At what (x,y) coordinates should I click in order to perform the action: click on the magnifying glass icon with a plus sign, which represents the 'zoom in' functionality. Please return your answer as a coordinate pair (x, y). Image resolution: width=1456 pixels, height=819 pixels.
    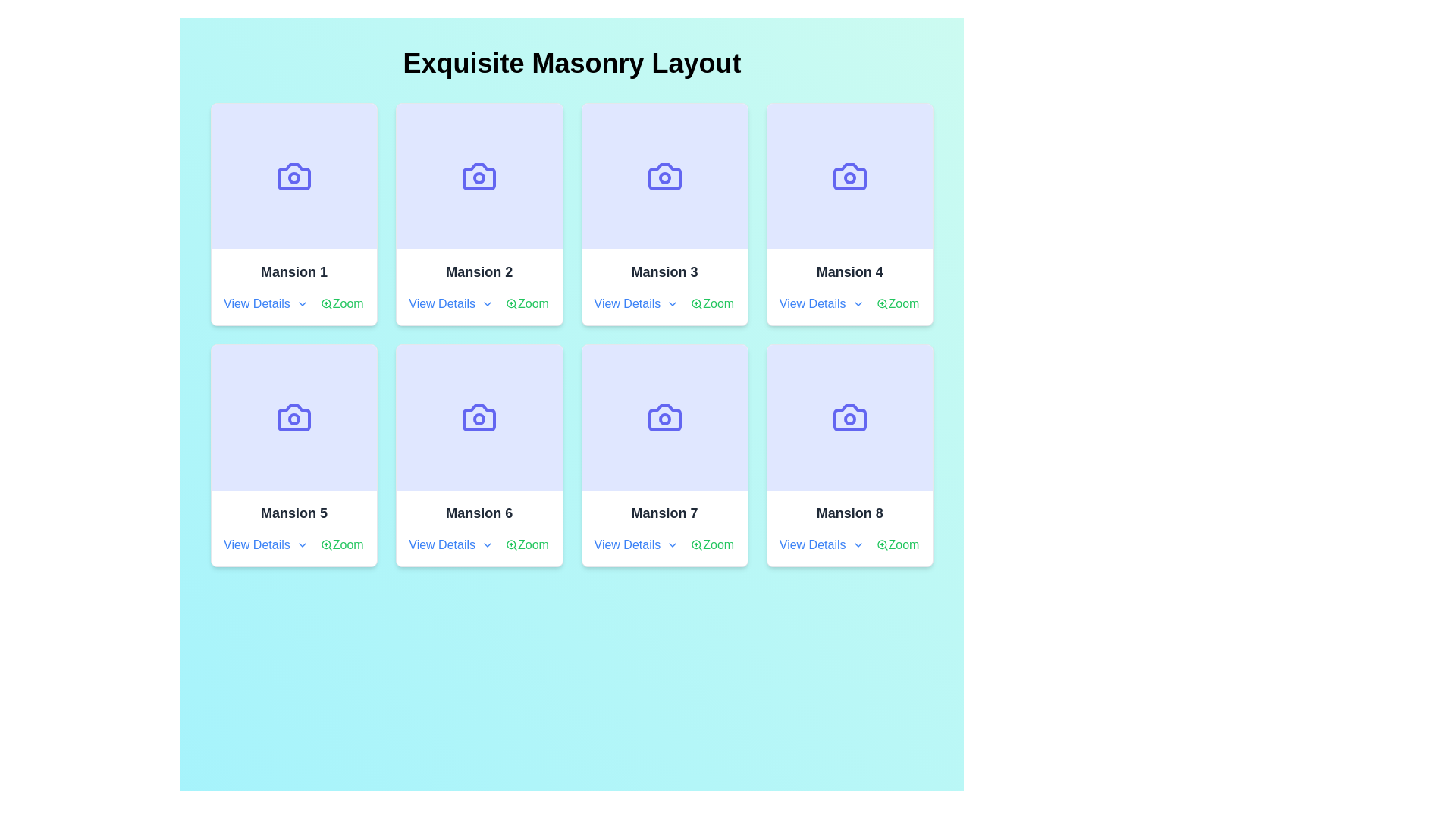
    Looking at the image, I should click on (325, 304).